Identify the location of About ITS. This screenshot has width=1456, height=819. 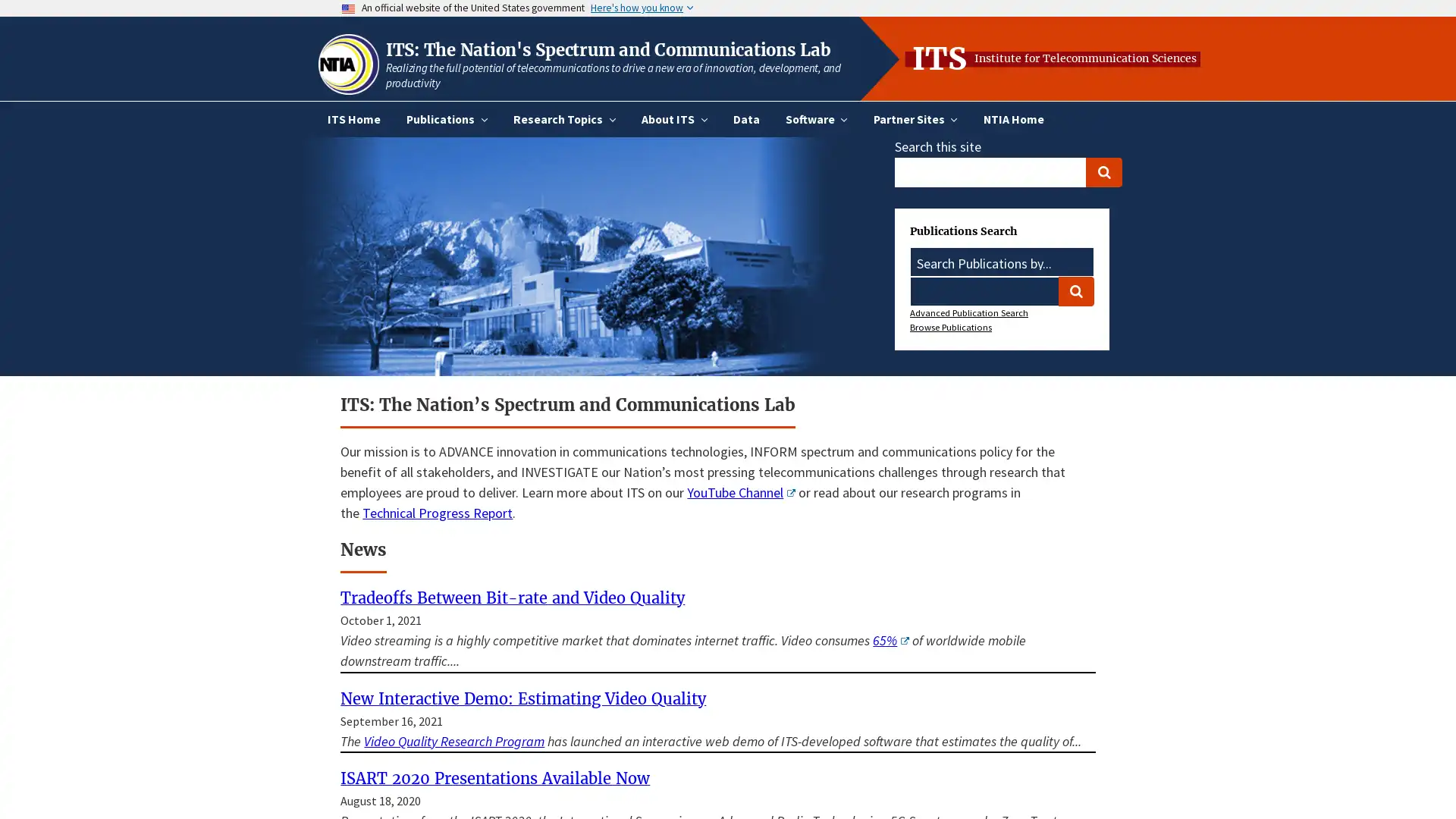
(673, 118).